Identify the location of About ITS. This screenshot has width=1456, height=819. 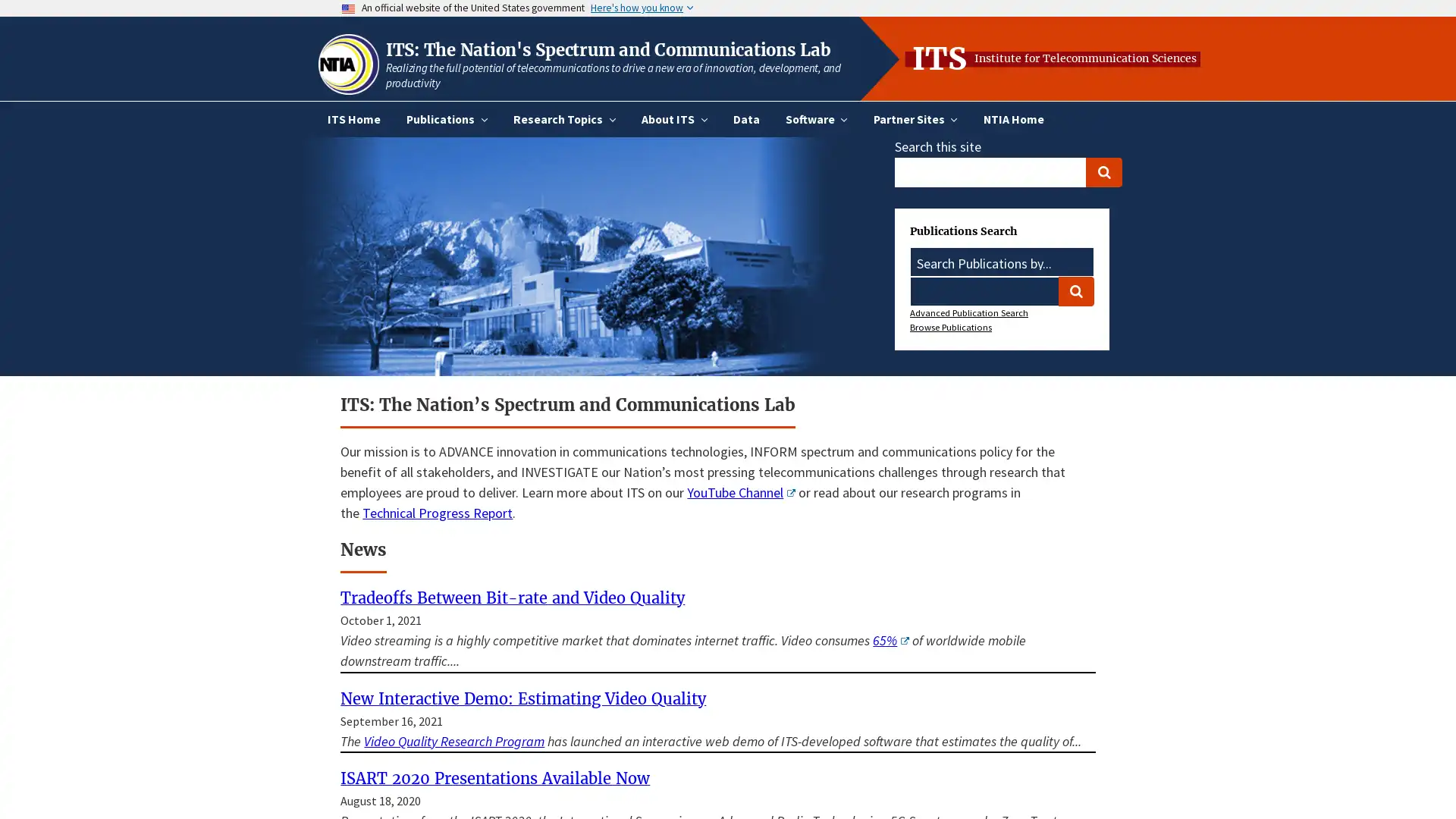
(673, 118).